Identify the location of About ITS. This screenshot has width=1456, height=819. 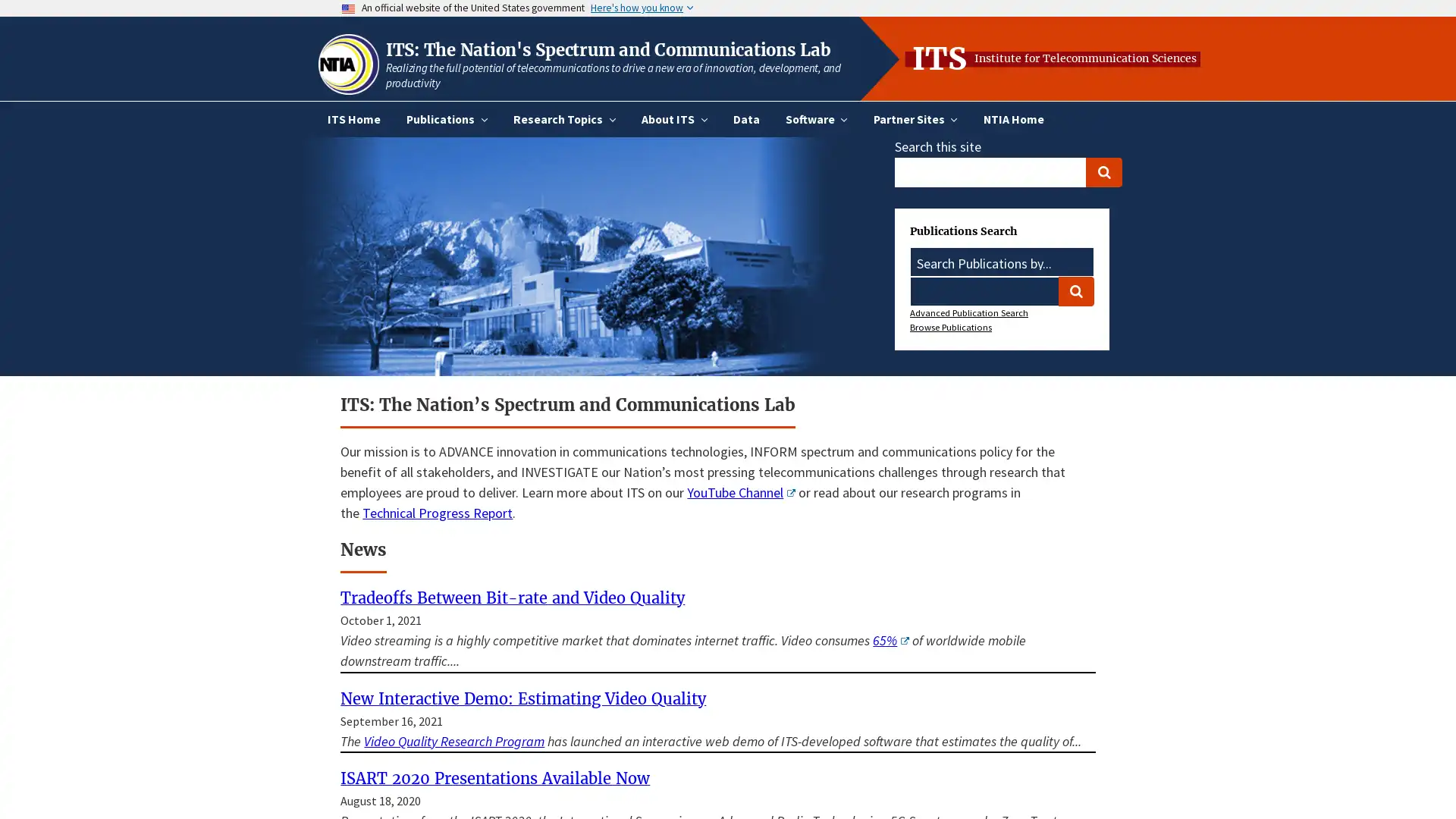
(673, 118).